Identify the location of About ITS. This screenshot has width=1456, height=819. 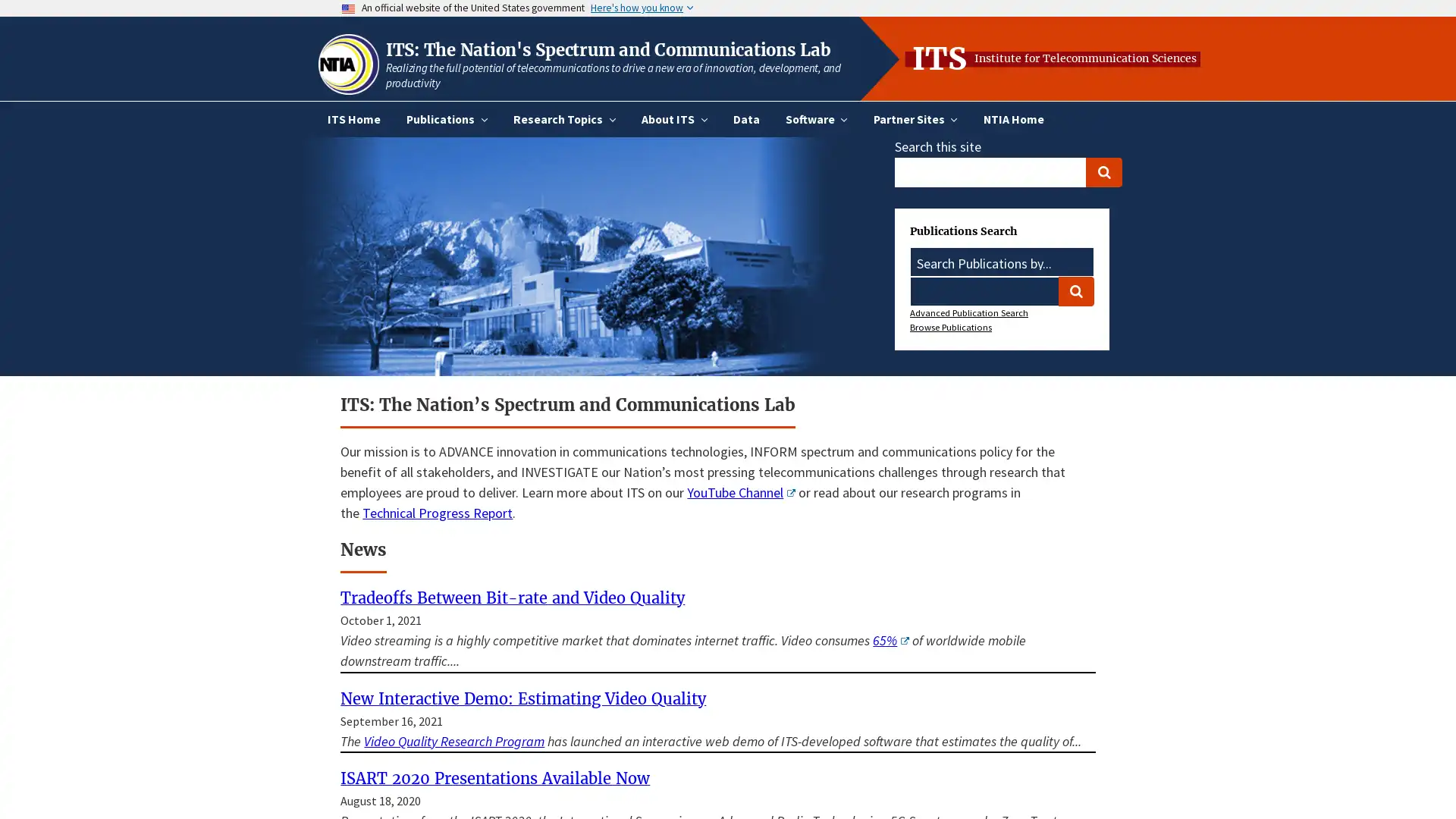
(673, 118).